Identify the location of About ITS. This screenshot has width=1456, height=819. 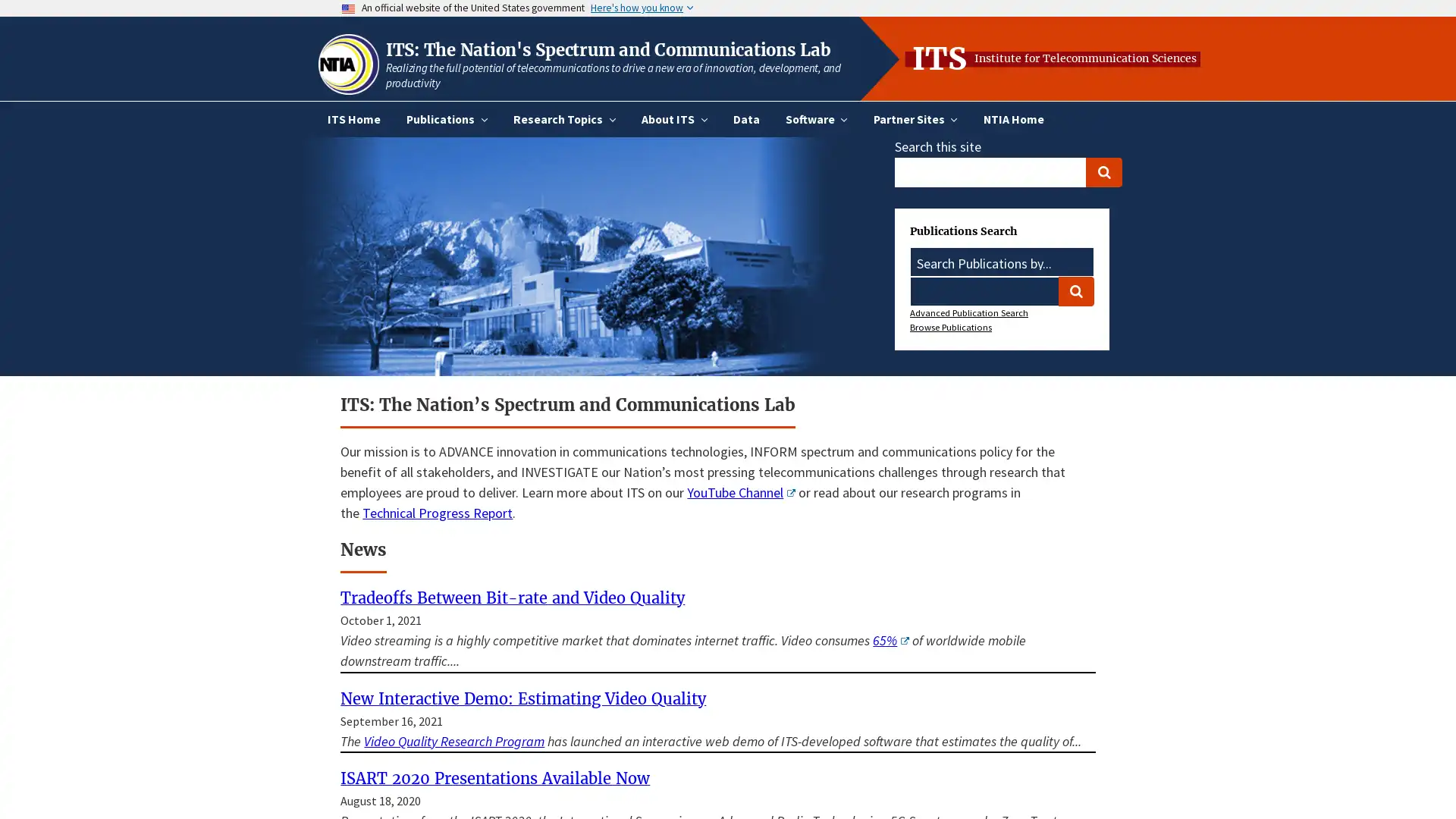
(673, 118).